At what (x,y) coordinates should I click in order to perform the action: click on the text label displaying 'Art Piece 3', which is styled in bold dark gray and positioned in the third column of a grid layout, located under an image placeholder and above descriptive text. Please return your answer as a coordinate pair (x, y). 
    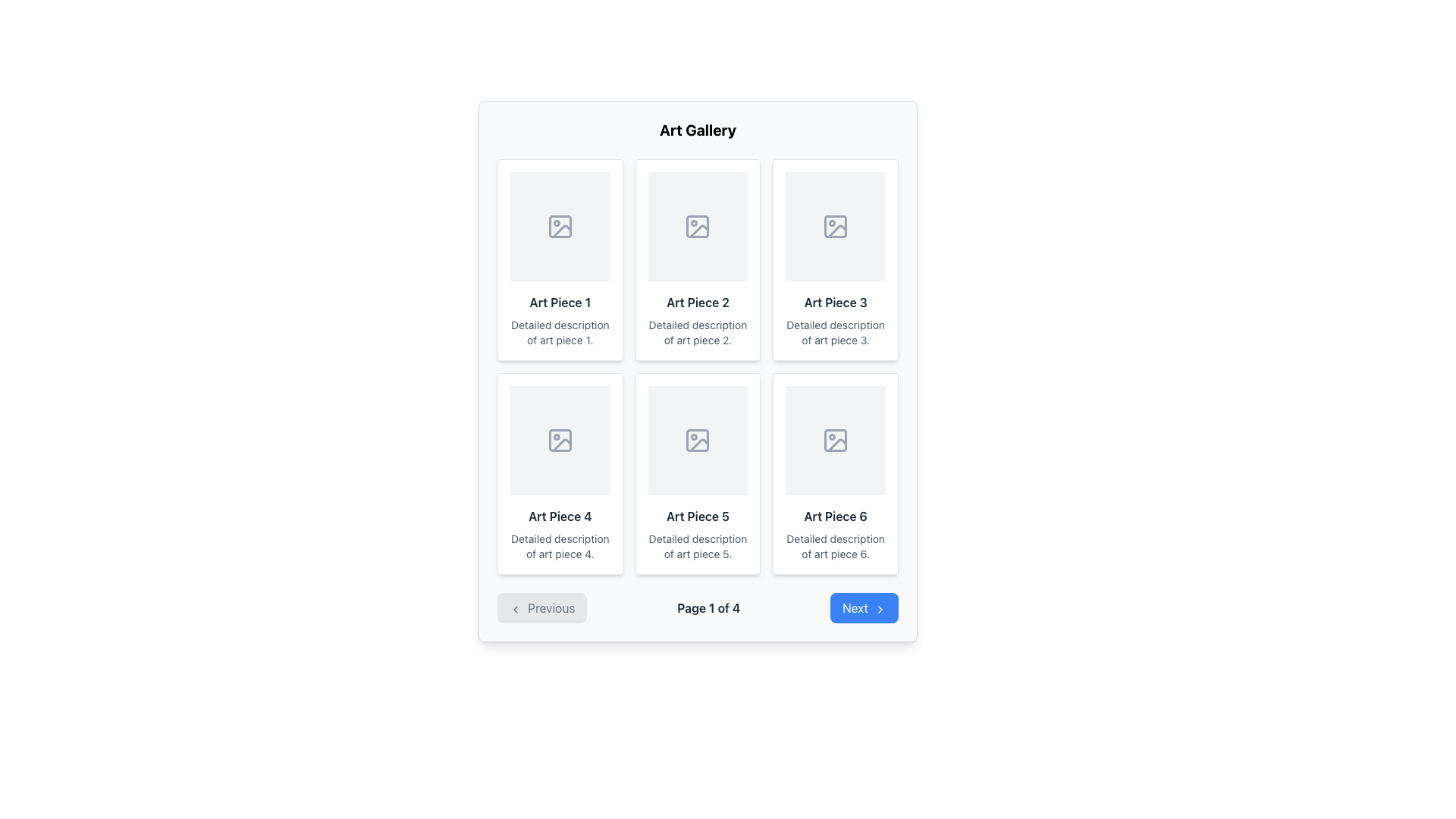
    Looking at the image, I should click on (835, 302).